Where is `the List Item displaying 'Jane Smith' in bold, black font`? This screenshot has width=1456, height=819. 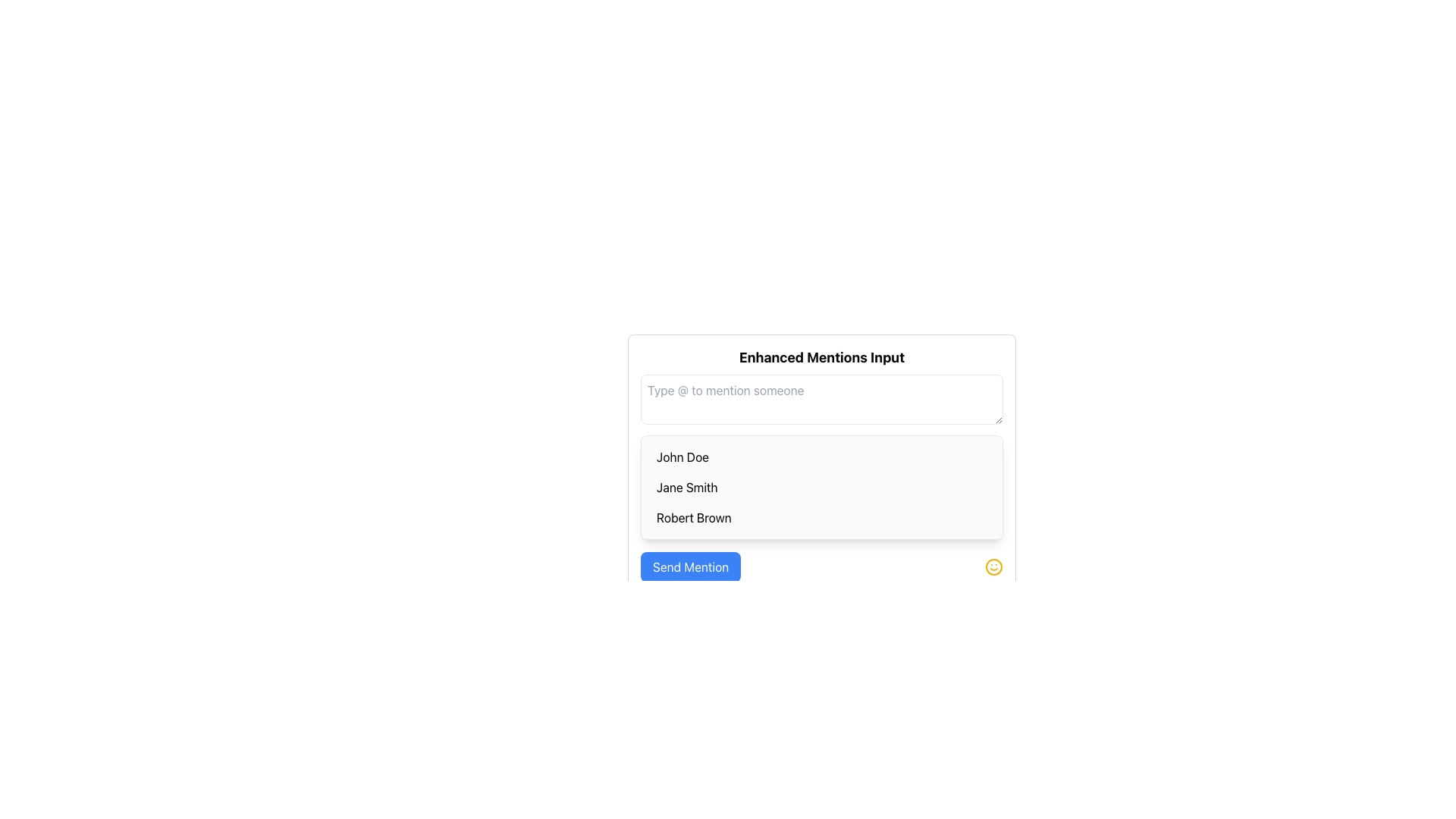
the List Item displaying 'Jane Smith' in bold, black font is located at coordinates (821, 488).